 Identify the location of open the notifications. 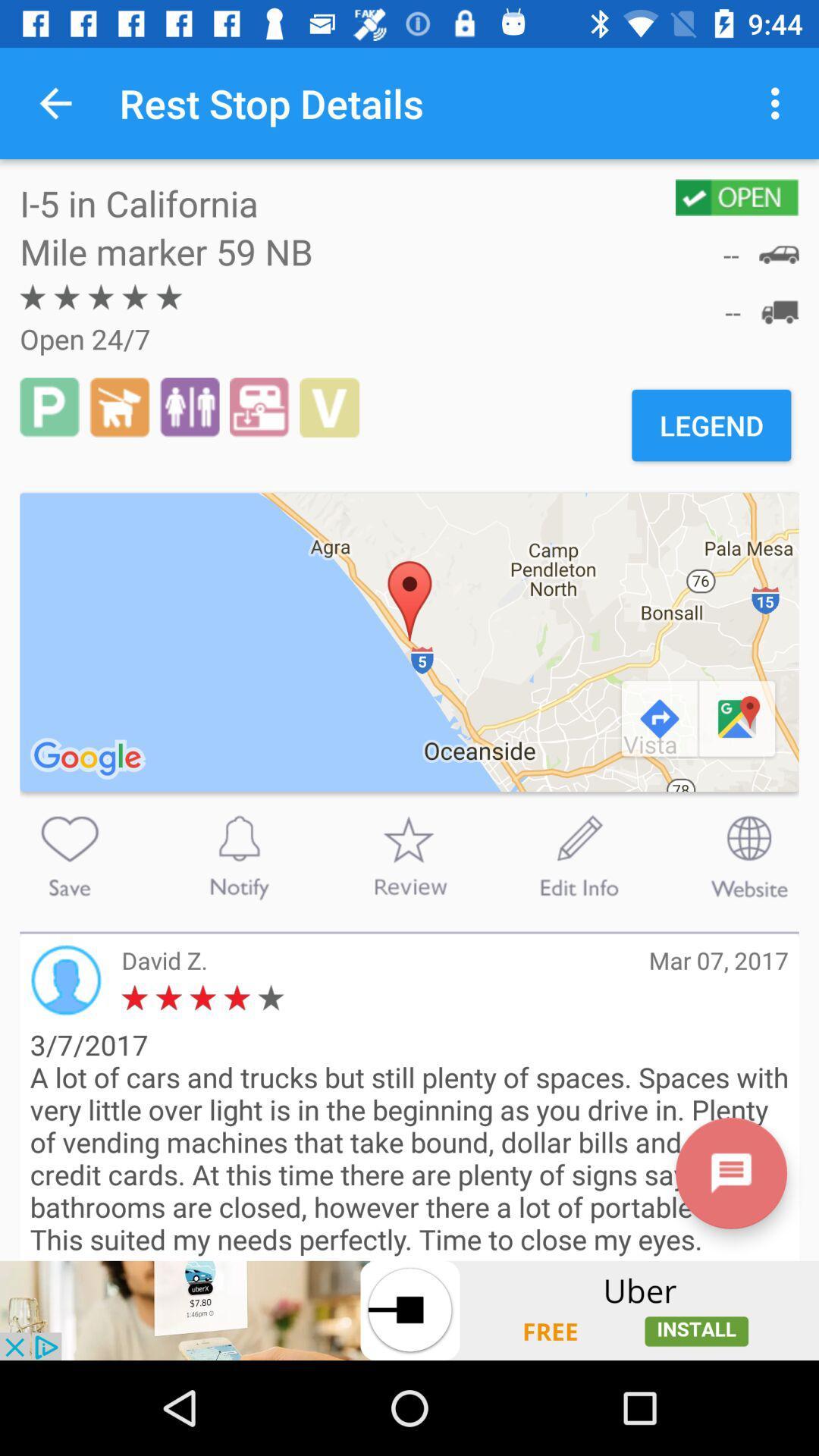
(239, 856).